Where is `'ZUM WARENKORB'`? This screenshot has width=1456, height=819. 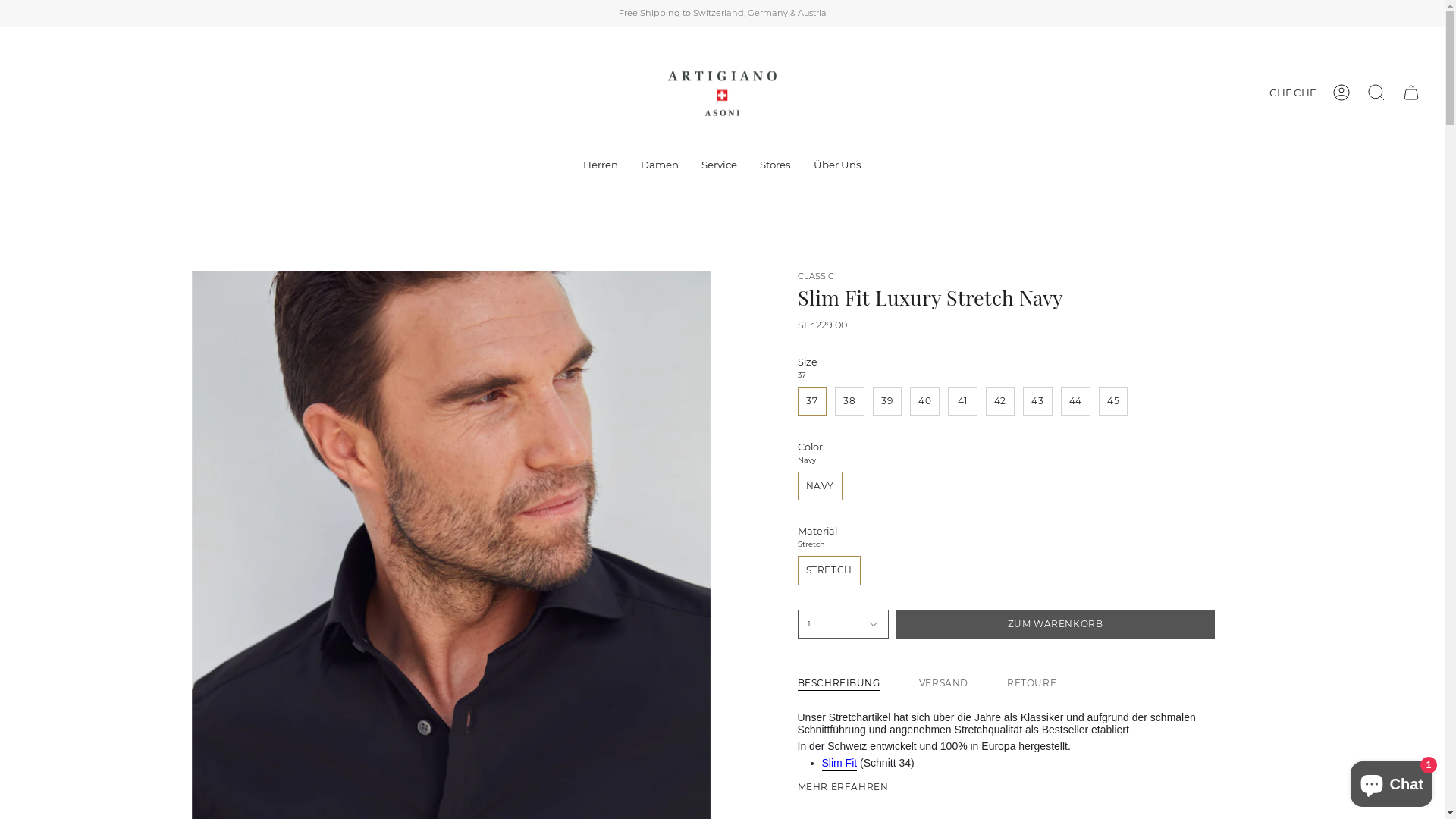 'ZUM WARENKORB' is located at coordinates (1055, 624).